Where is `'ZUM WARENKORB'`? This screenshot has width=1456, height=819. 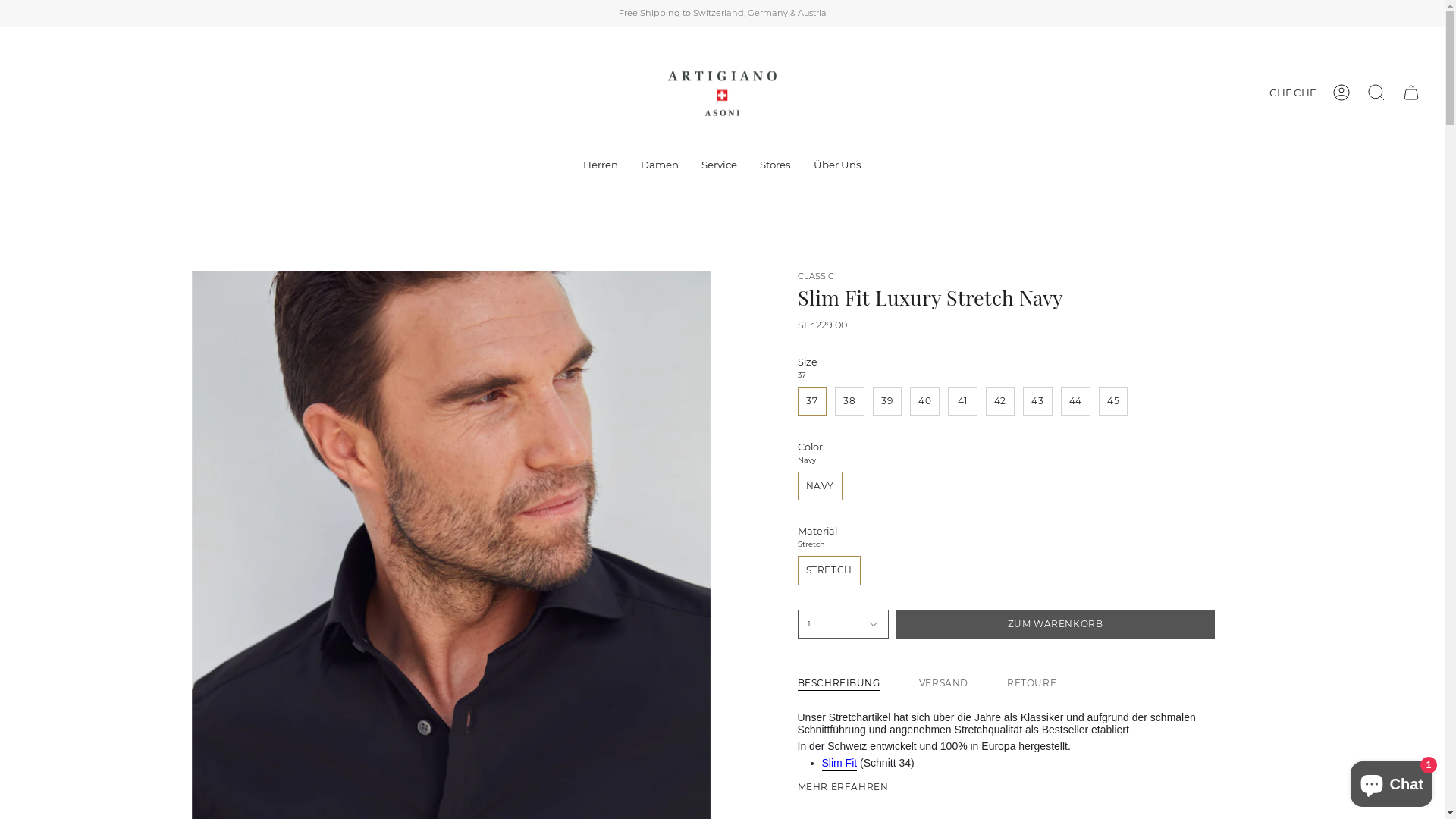 'ZUM WARENKORB' is located at coordinates (1055, 624).